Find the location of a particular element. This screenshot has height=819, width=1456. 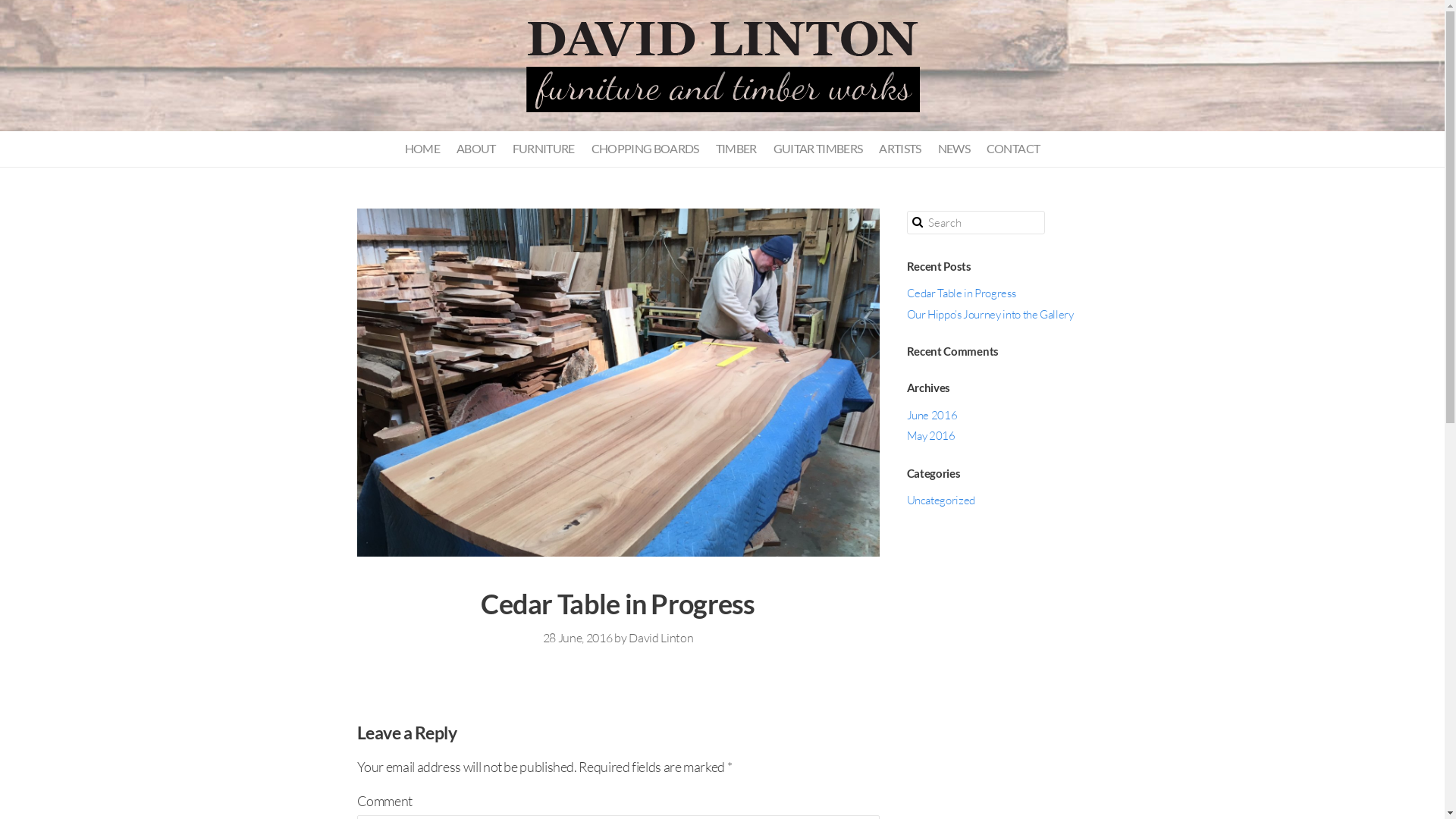

'HOME' is located at coordinates (422, 149).